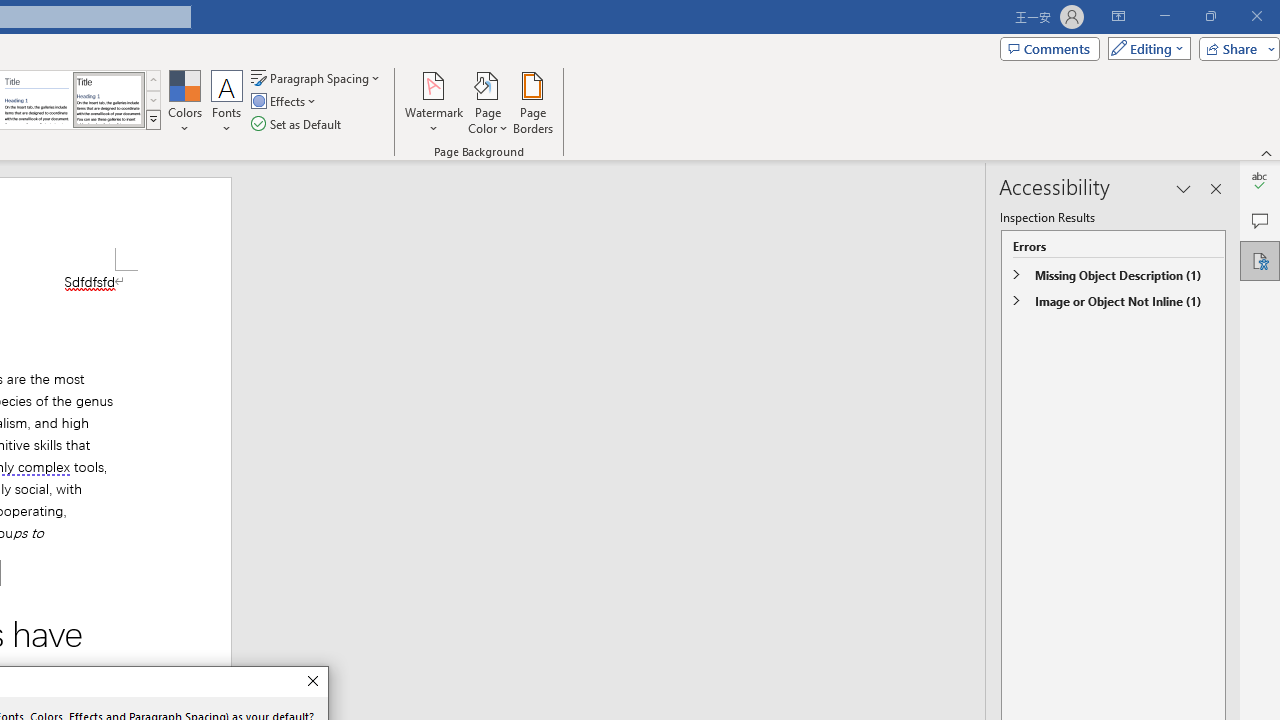  I want to click on 'Colors', so click(184, 103).